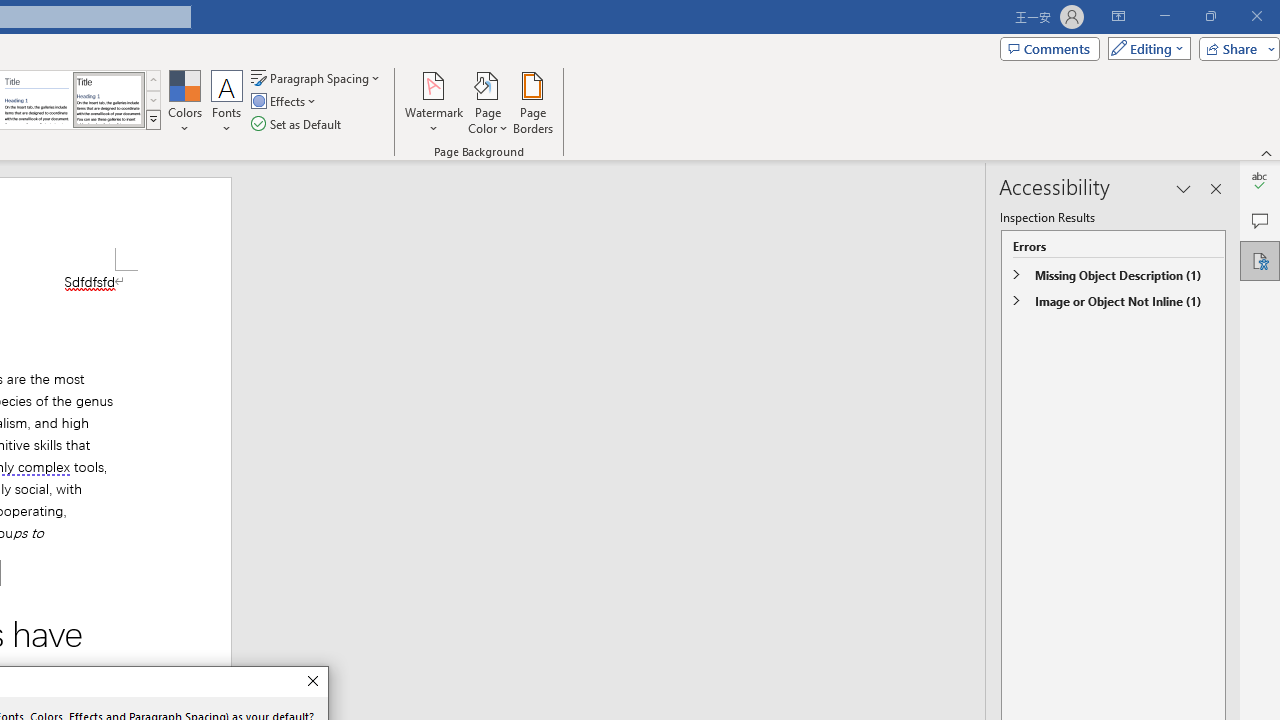  I want to click on 'Colors', so click(184, 103).